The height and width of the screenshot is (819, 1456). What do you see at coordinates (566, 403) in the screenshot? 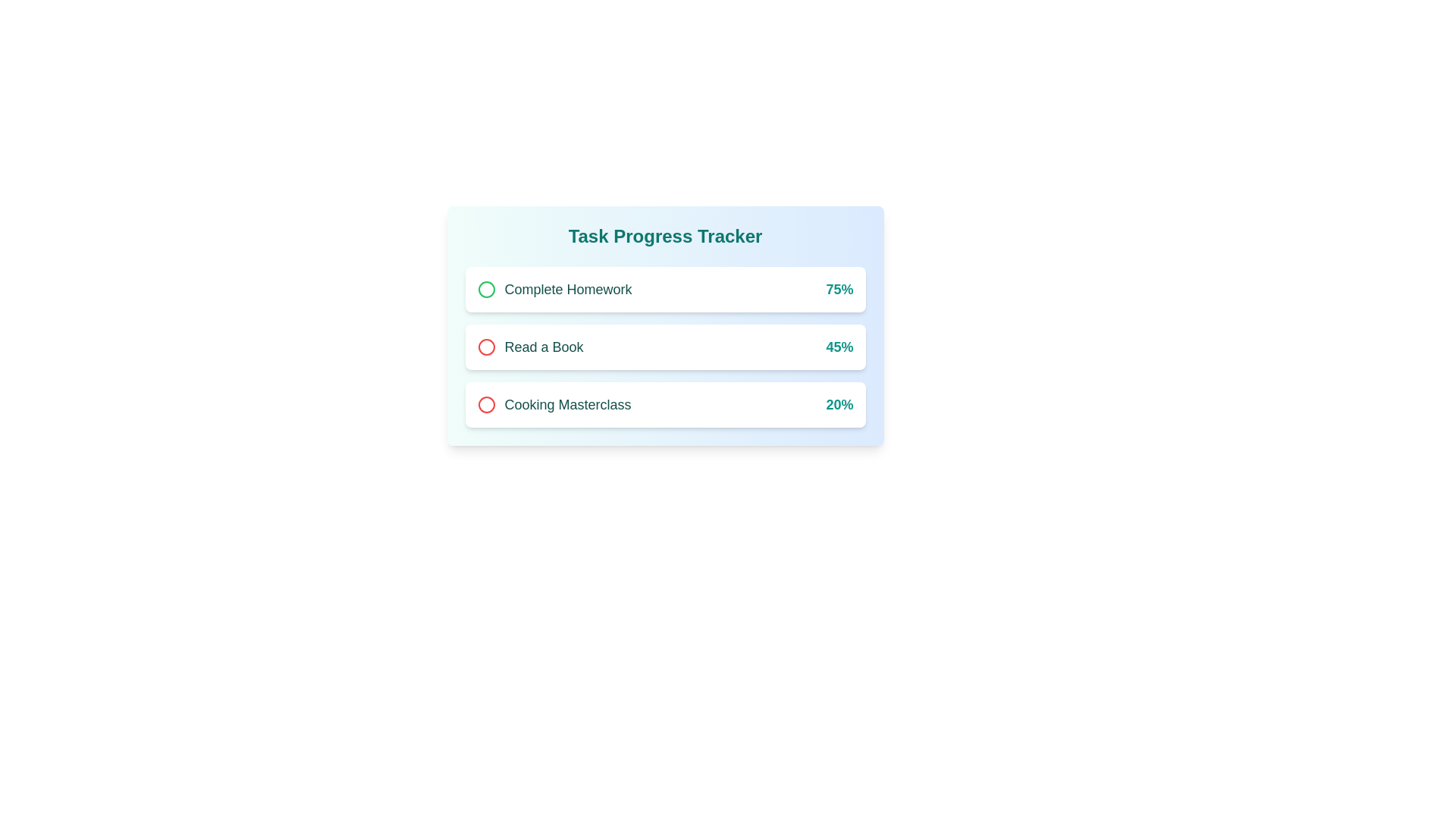
I see `the text label identifying the activity titled 'Cooking Masterclass', located in the bottom section of a vertical stack on the center-right of the interface` at bounding box center [566, 403].